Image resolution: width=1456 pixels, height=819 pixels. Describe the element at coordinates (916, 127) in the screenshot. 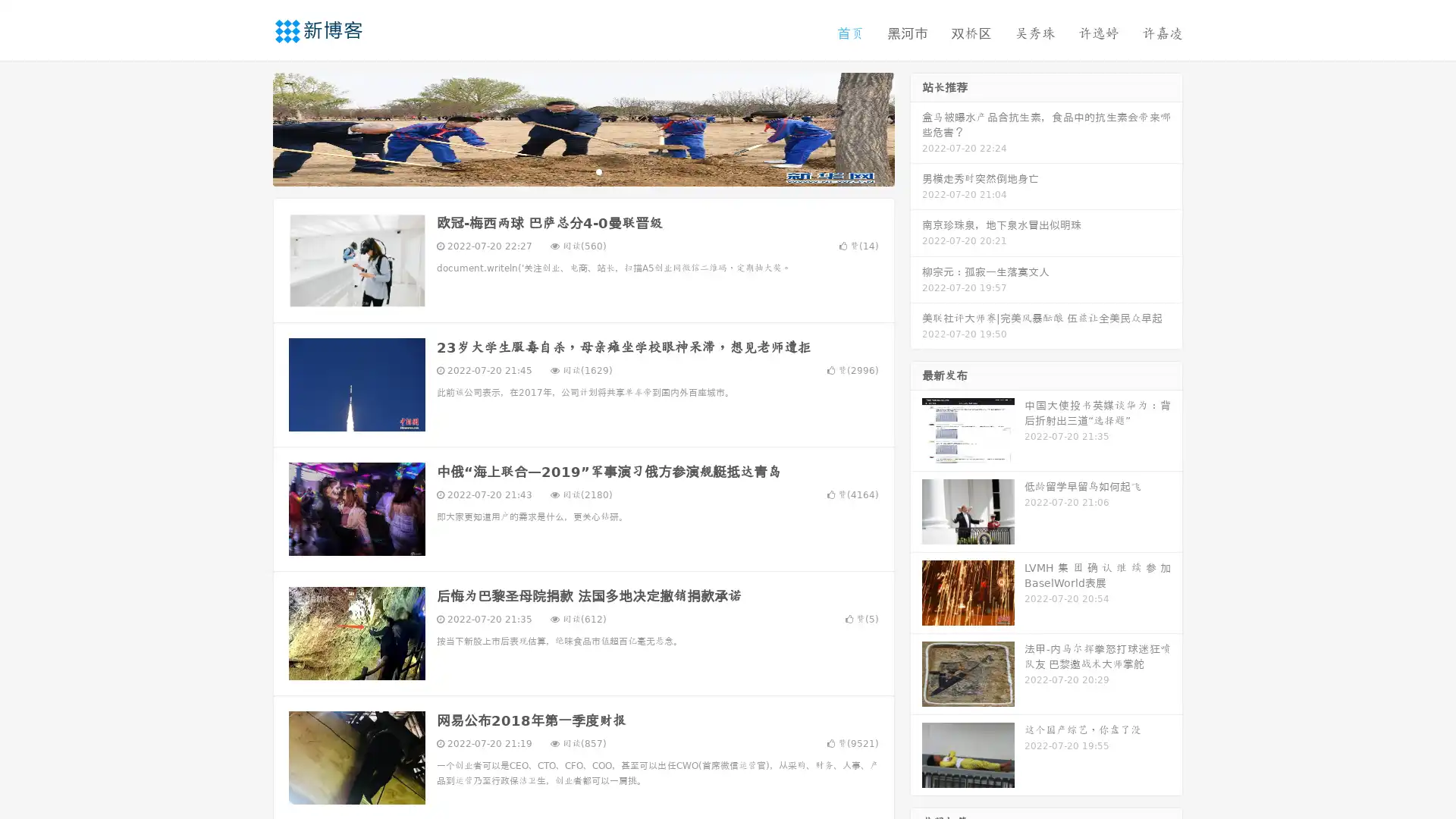

I see `Next slide` at that location.